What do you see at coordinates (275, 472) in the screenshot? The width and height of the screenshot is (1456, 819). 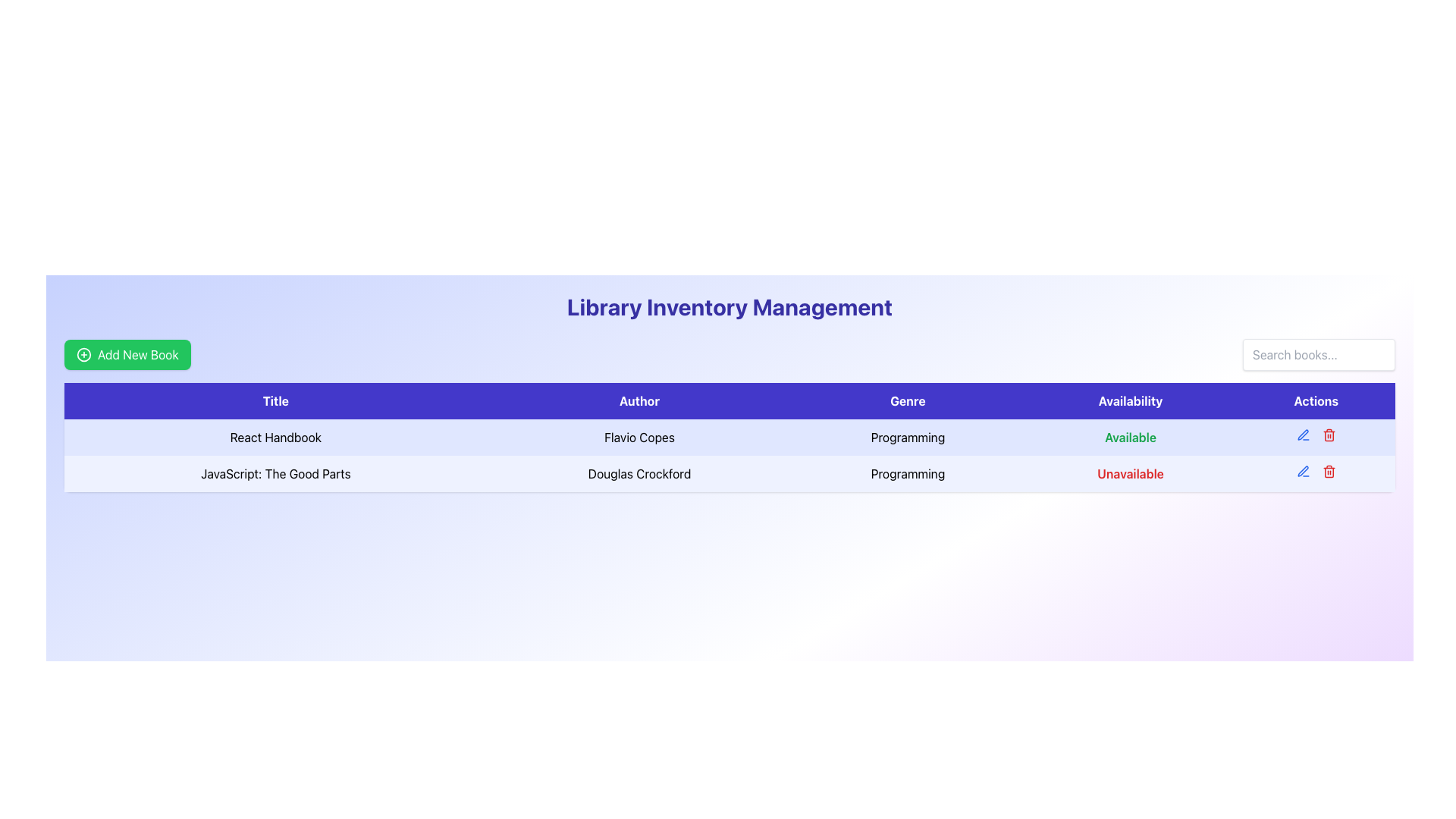 I see `the centered text component displaying 'JavaScript: The Good Parts' in the second row of the table under the 'Title' column` at bounding box center [275, 472].